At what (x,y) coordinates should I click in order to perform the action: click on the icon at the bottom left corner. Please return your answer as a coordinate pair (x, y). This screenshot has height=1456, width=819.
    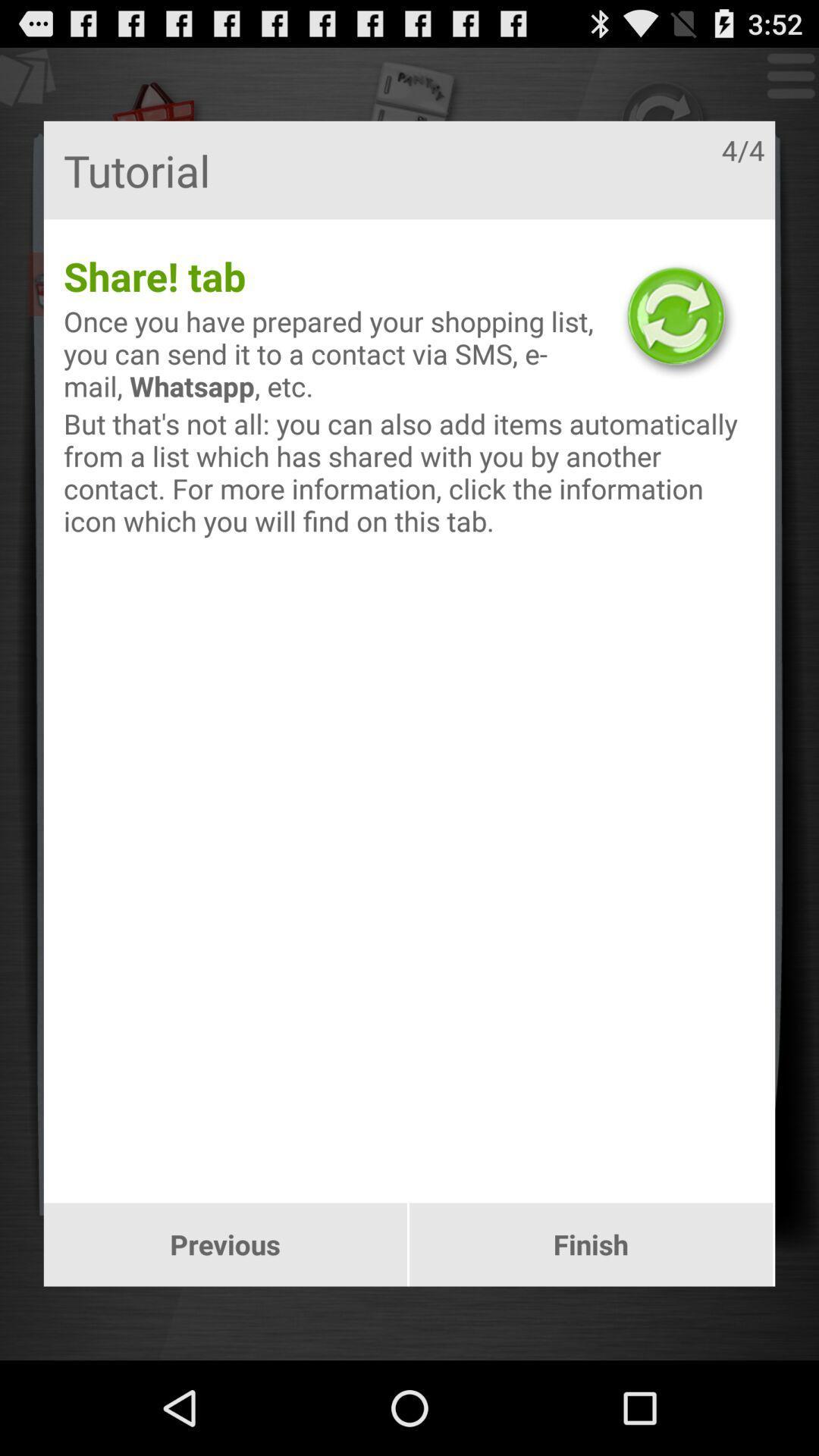
    Looking at the image, I should click on (225, 1244).